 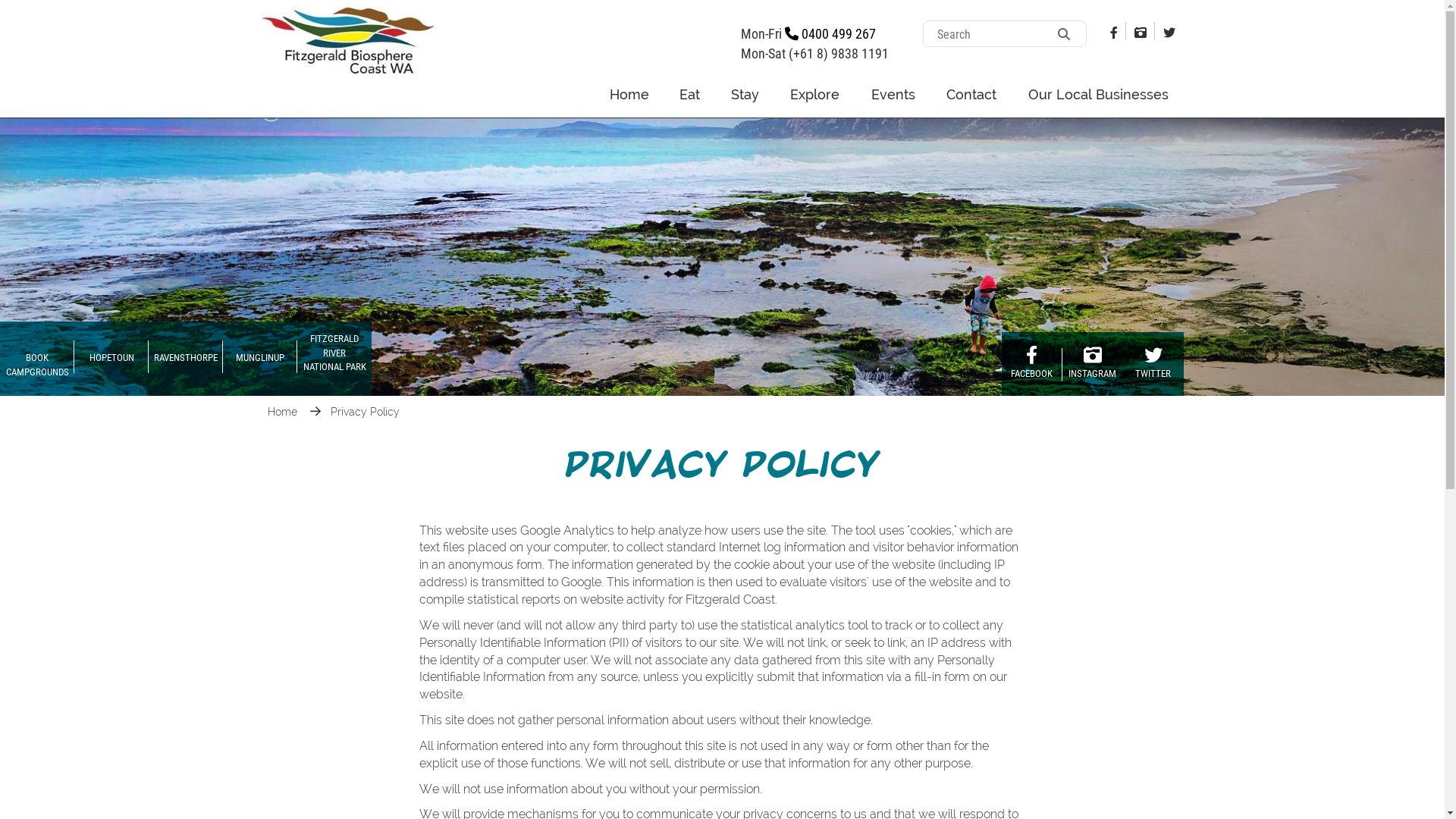 What do you see at coordinates (261, 38) in the screenshot?
I see `'Fitzgerald Coast'` at bounding box center [261, 38].